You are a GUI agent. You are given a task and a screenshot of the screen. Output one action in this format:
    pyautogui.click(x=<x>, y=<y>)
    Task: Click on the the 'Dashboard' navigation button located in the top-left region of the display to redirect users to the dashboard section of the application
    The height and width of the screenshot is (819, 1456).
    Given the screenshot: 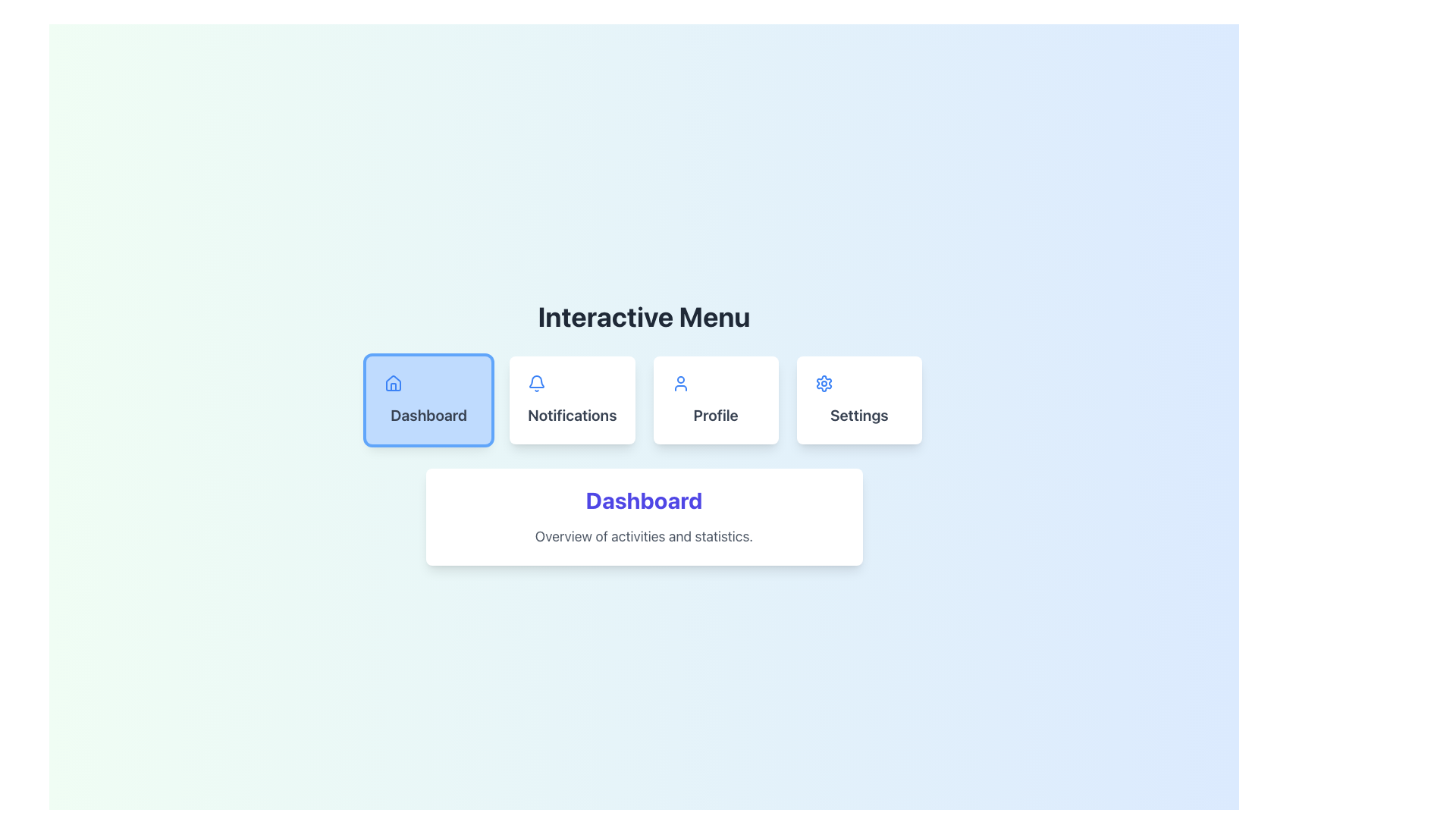 What is the action you would take?
    pyautogui.click(x=428, y=400)
    